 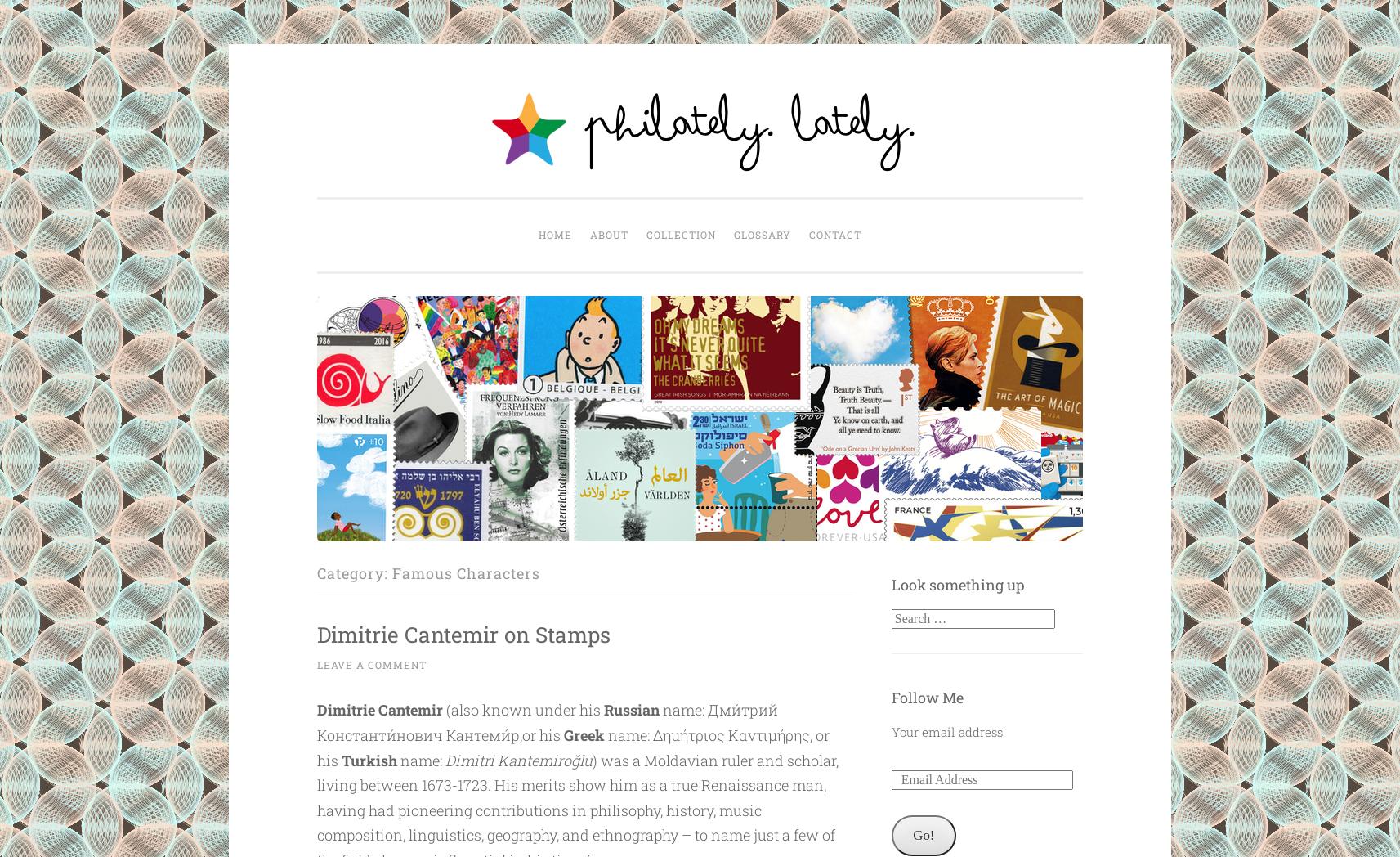 I want to click on 'Home', so click(x=555, y=234).